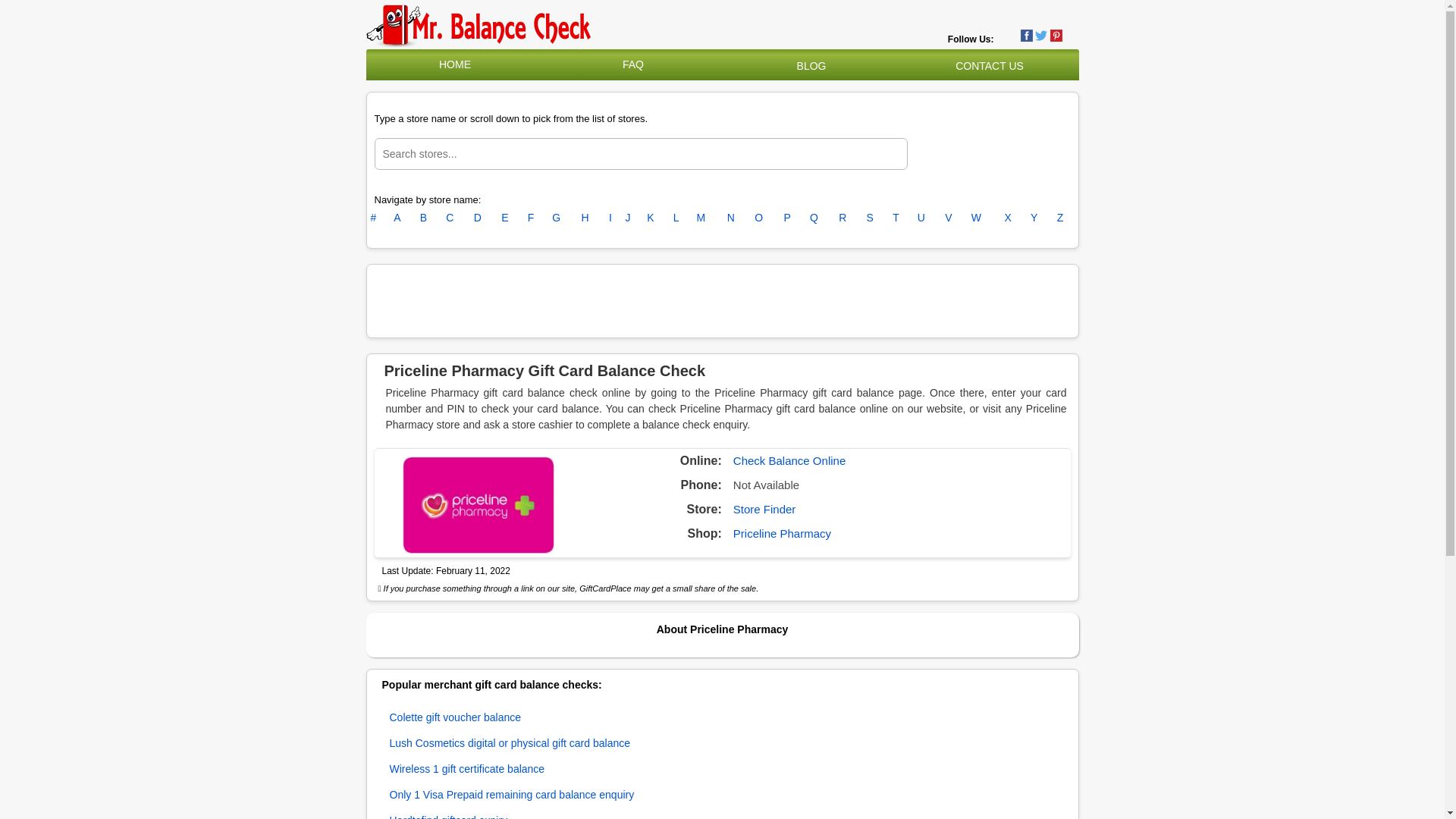 Image resolution: width=1456 pixels, height=819 pixels. What do you see at coordinates (676, 217) in the screenshot?
I see `'L'` at bounding box center [676, 217].